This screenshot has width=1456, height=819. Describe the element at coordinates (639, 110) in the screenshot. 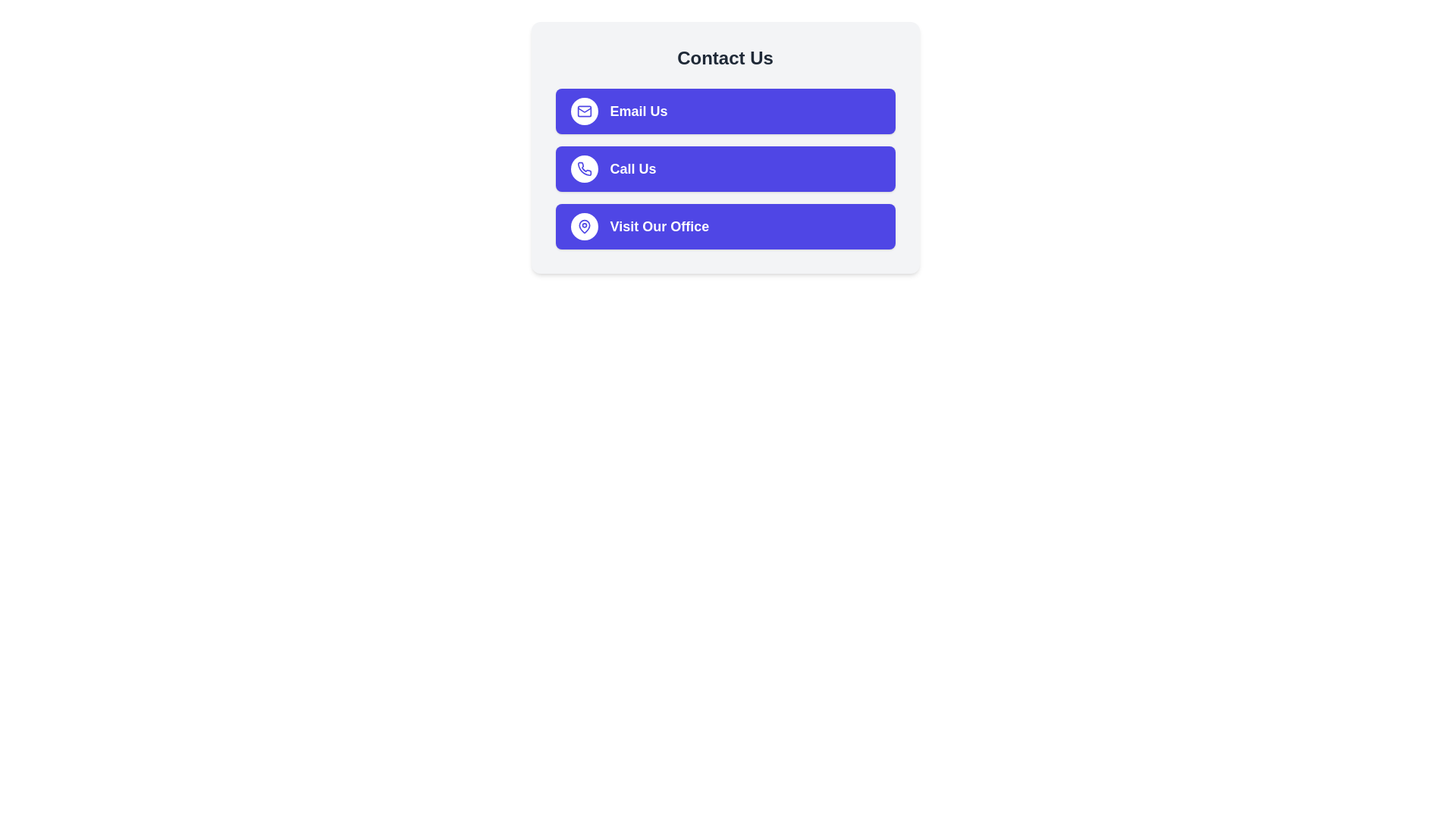

I see `the label element that indicates the action to initiate email correspondence` at that location.